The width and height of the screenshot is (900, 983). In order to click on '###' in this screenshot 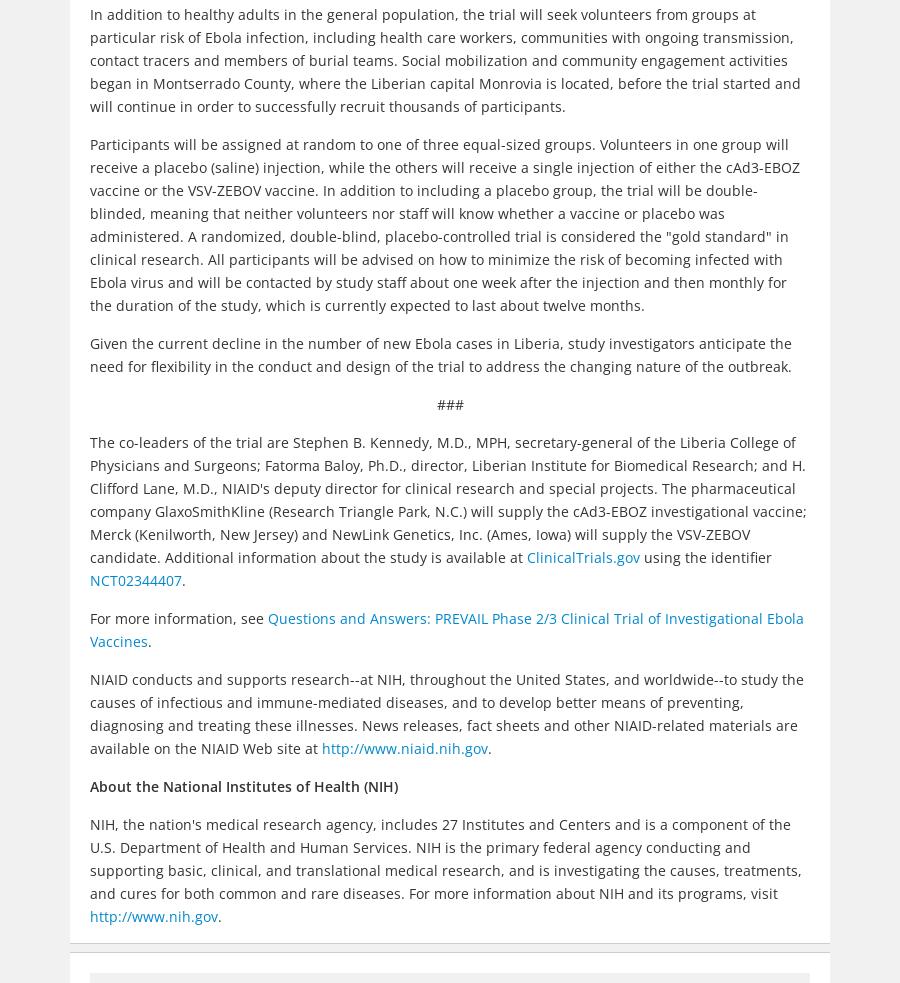, I will do `click(449, 403)`.